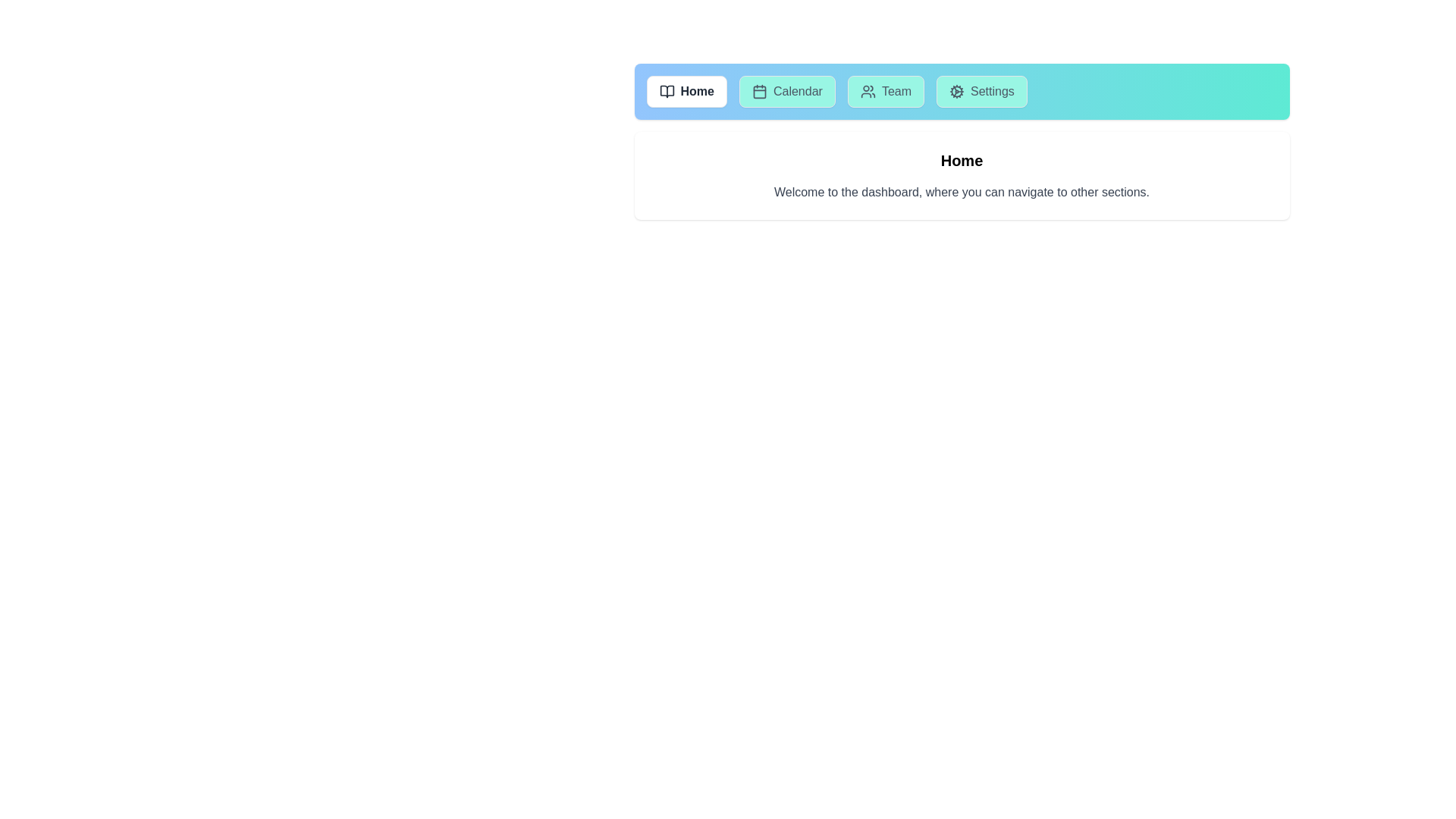  I want to click on the tab labeled Team, so click(885, 91).